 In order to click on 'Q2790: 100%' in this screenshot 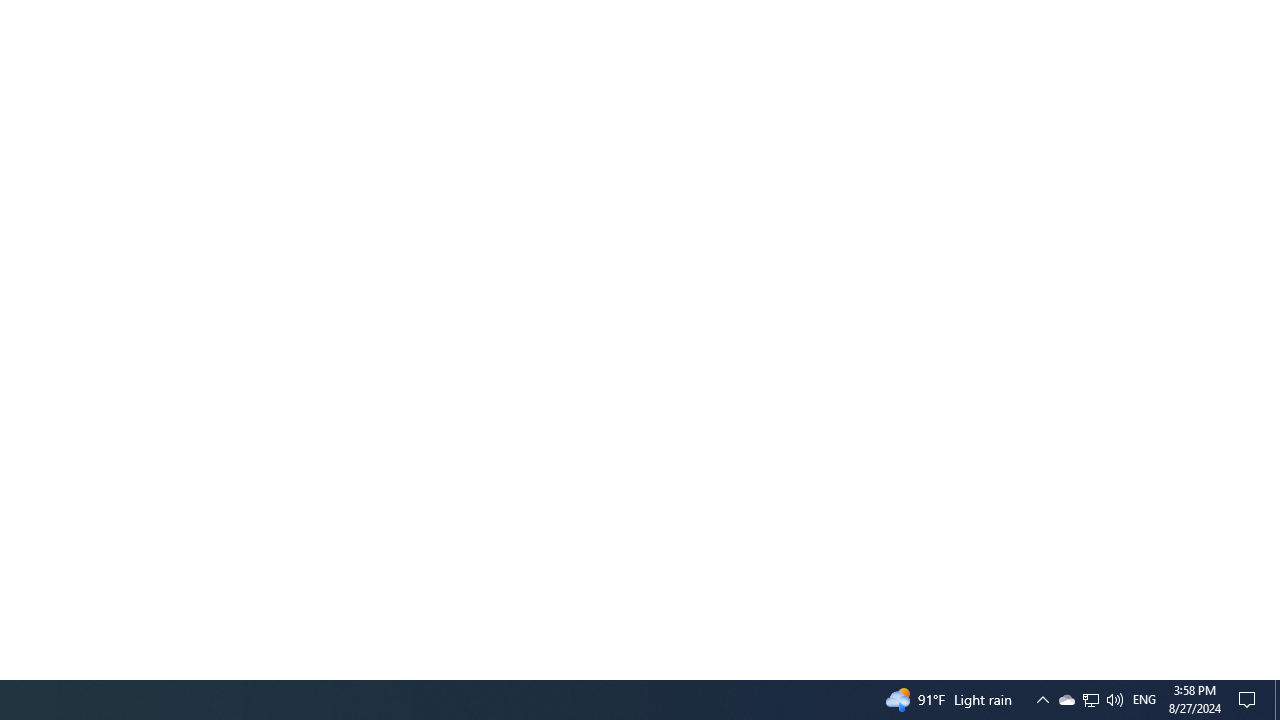, I will do `click(1089, 698)`.